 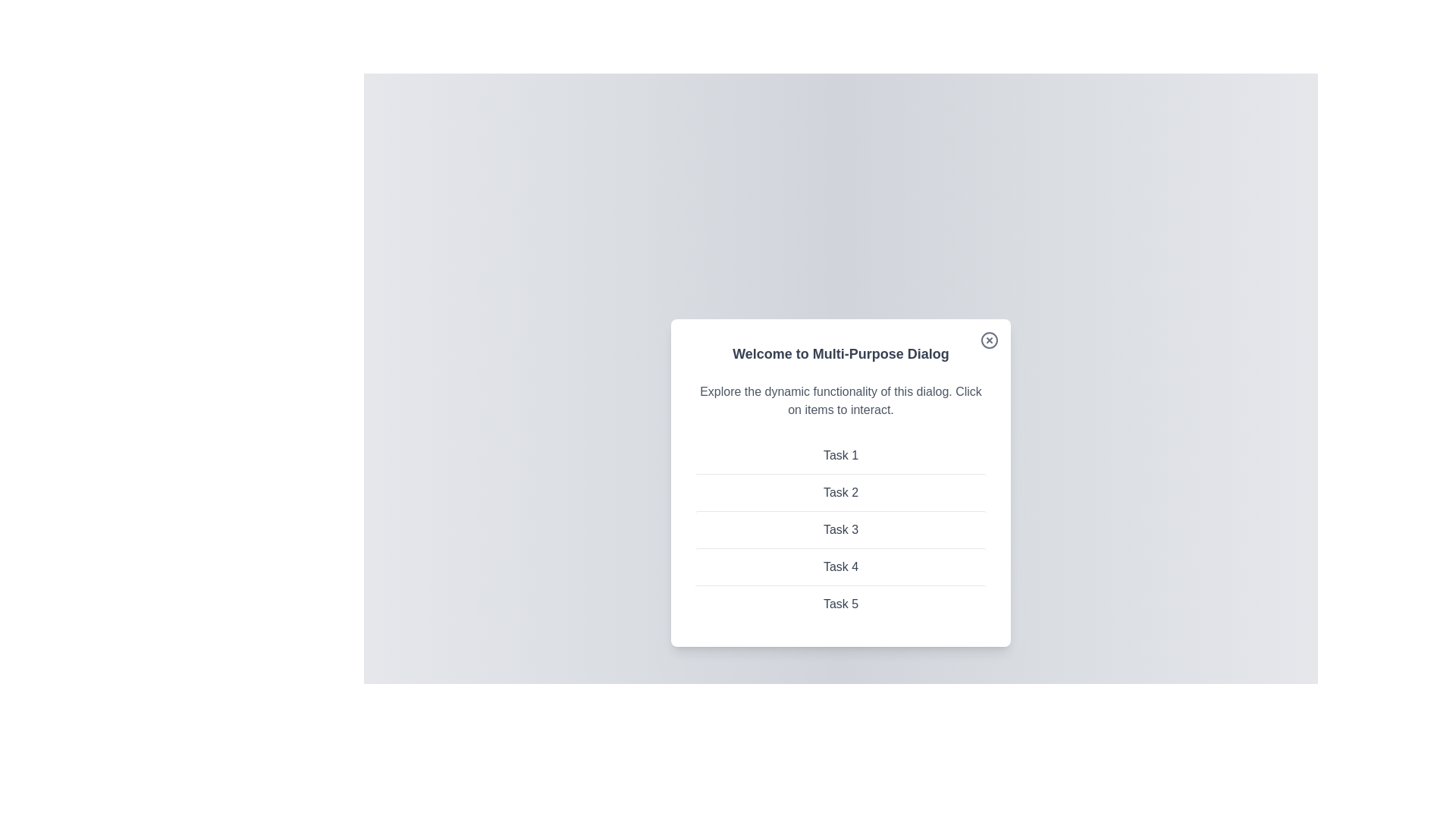 I want to click on the item Task 5 from the list, so click(x=839, y=603).